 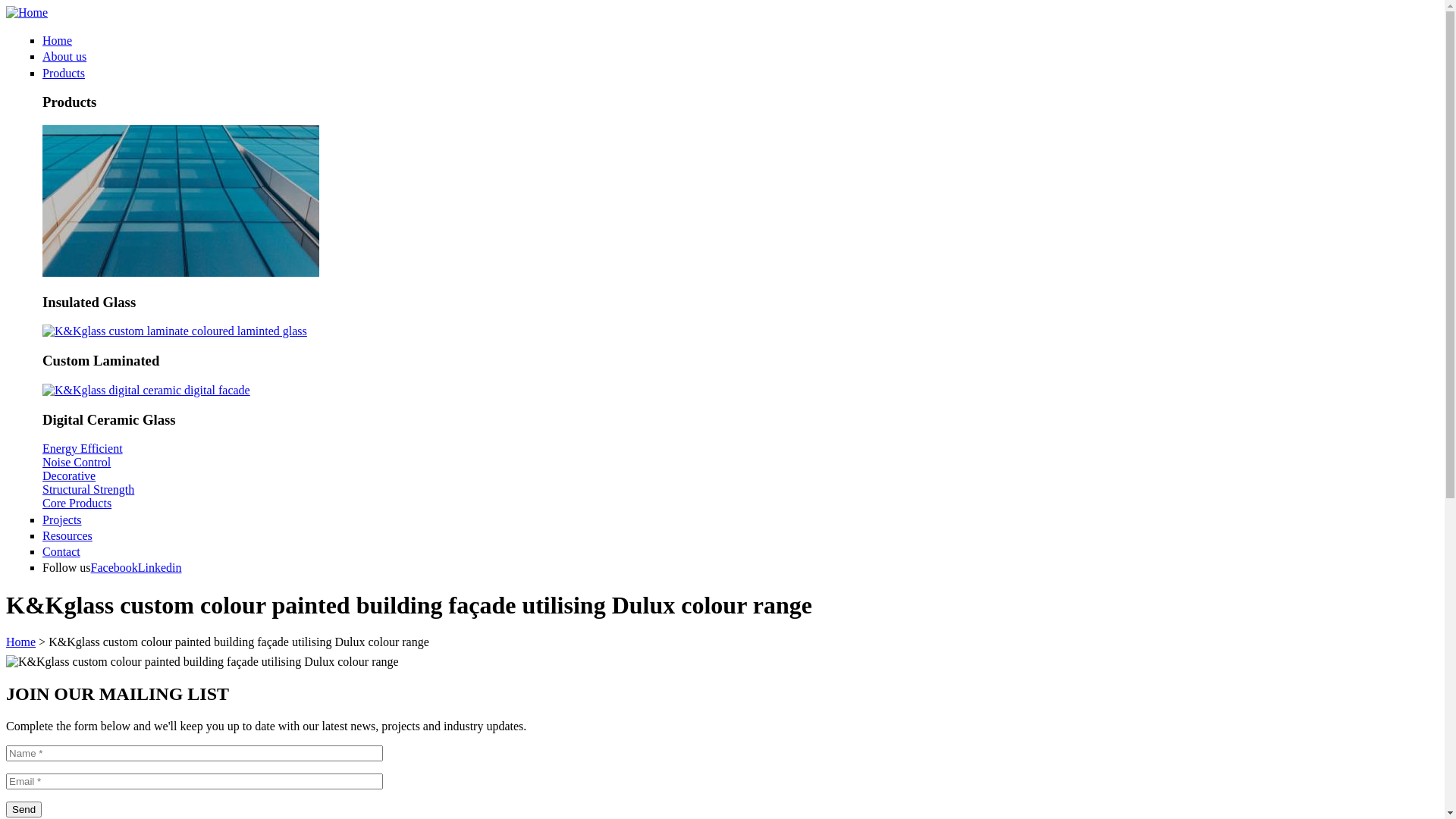 What do you see at coordinates (67, 535) in the screenshot?
I see `'Resources'` at bounding box center [67, 535].